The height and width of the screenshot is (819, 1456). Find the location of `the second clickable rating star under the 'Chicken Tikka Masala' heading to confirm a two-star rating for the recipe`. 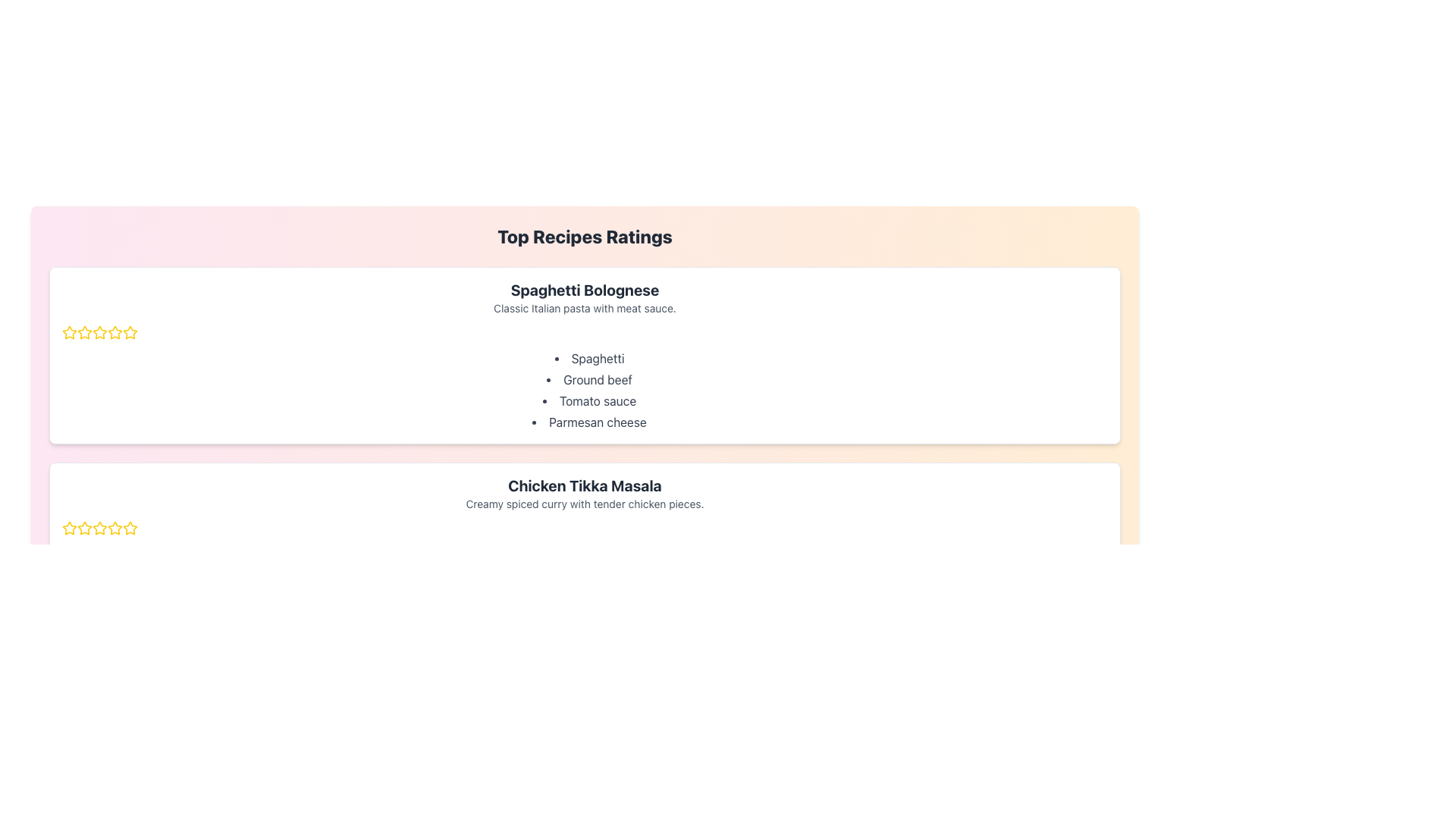

the second clickable rating star under the 'Chicken Tikka Masala' heading to confirm a two-star rating for the recipe is located at coordinates (115, 527).